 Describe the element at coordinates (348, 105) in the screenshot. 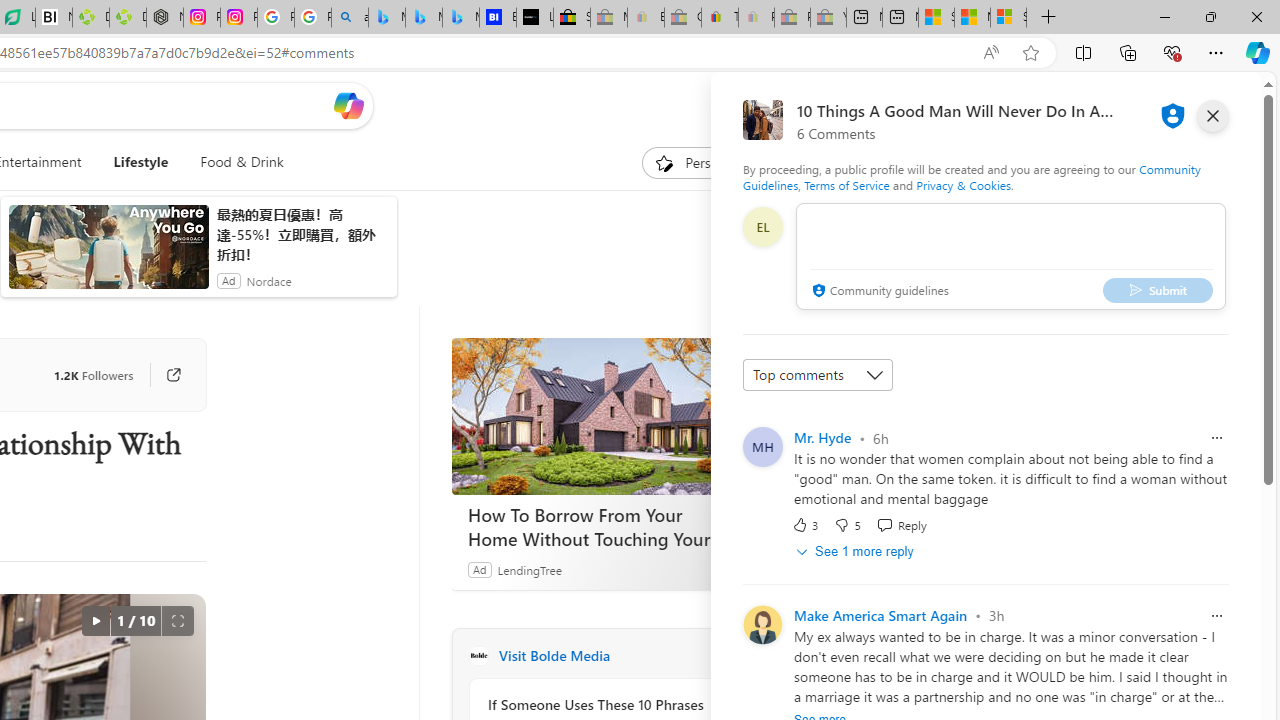

I see `'Open Copilot'` at that location.